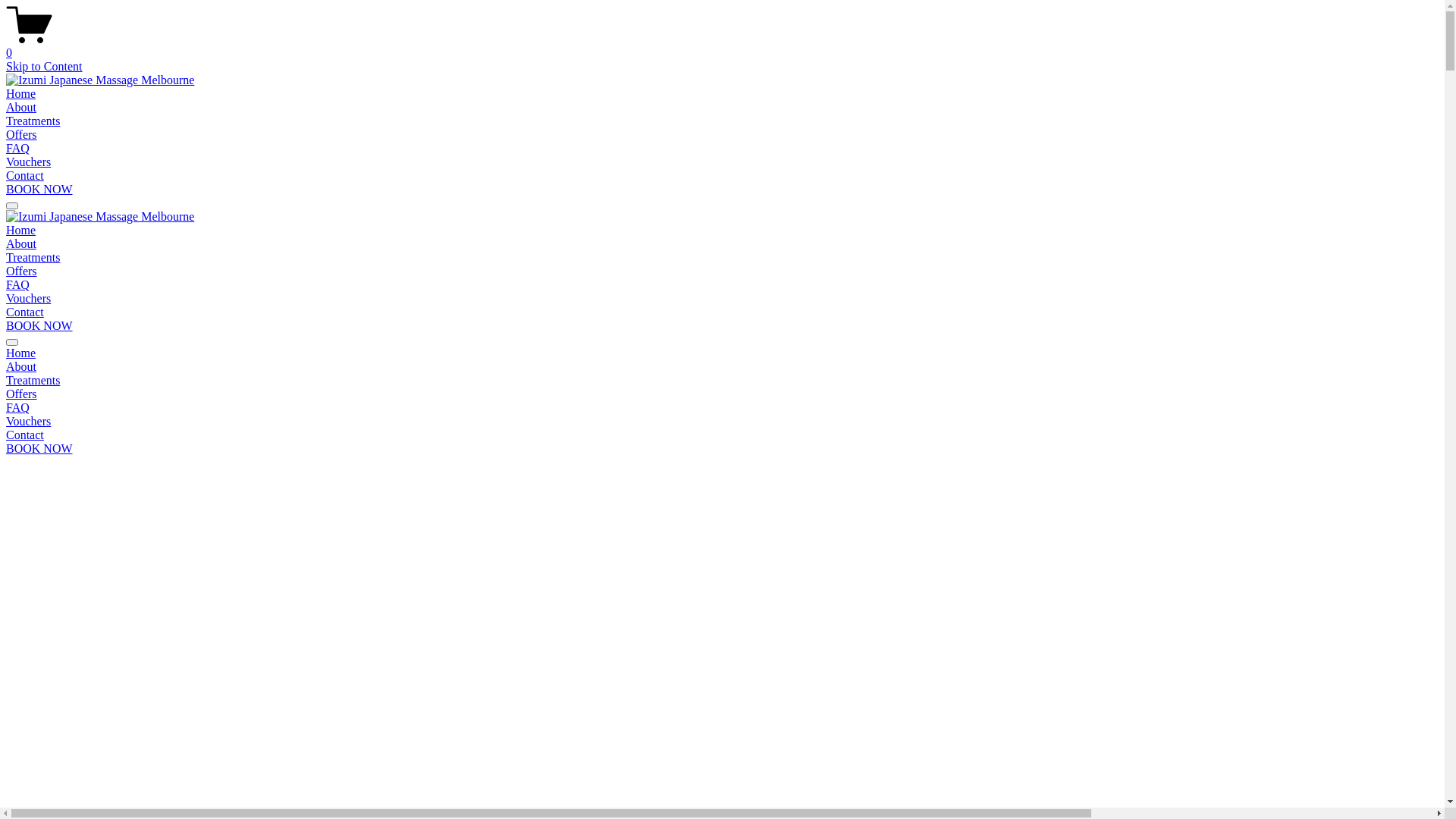 The height and width of the screenshot is (819, 1456). Describe the element at coordinates (721, 394) in the screenshot. I see `'Offers'` at that location.